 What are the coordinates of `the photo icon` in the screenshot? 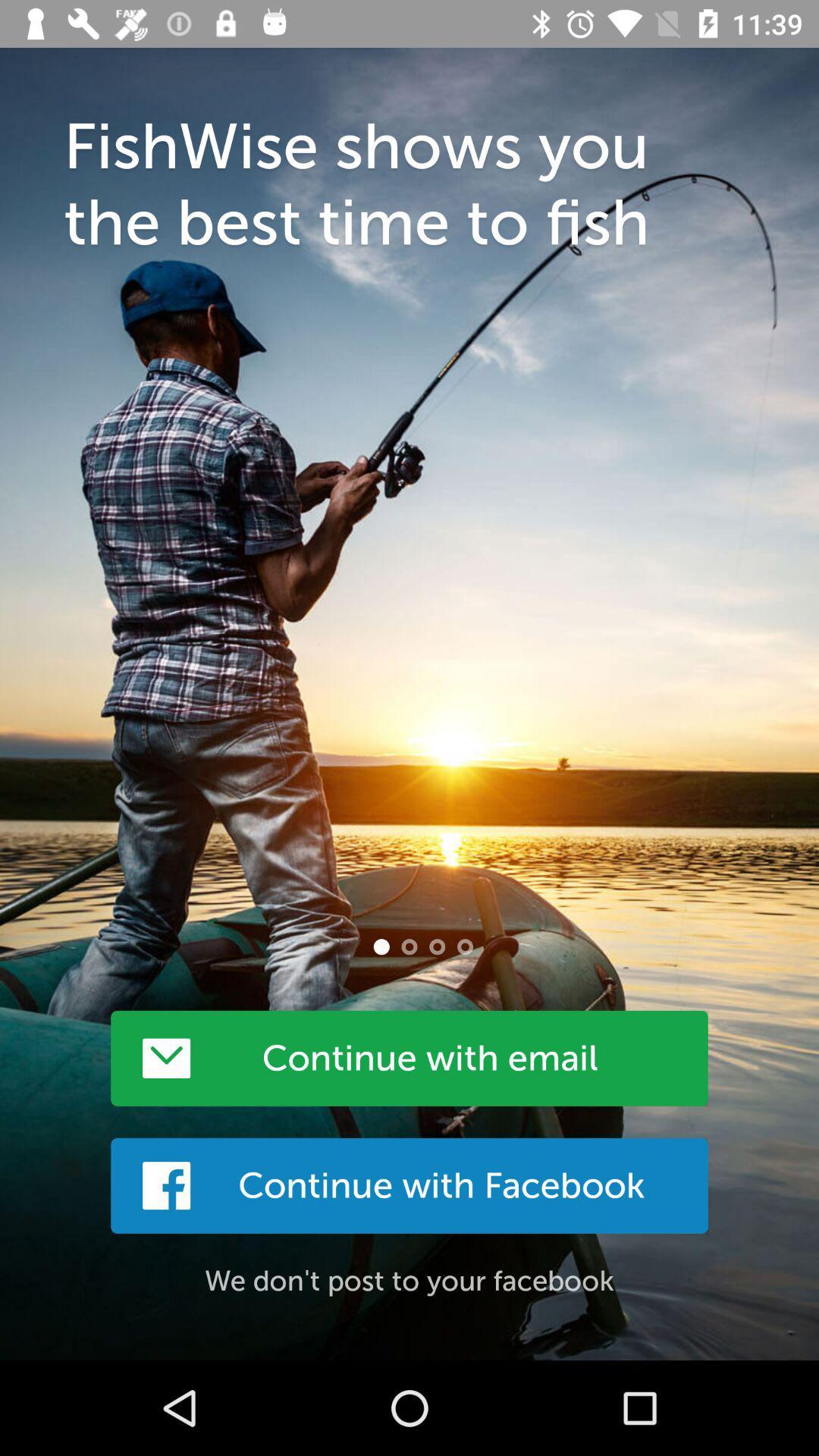 It's located at (409, 946).